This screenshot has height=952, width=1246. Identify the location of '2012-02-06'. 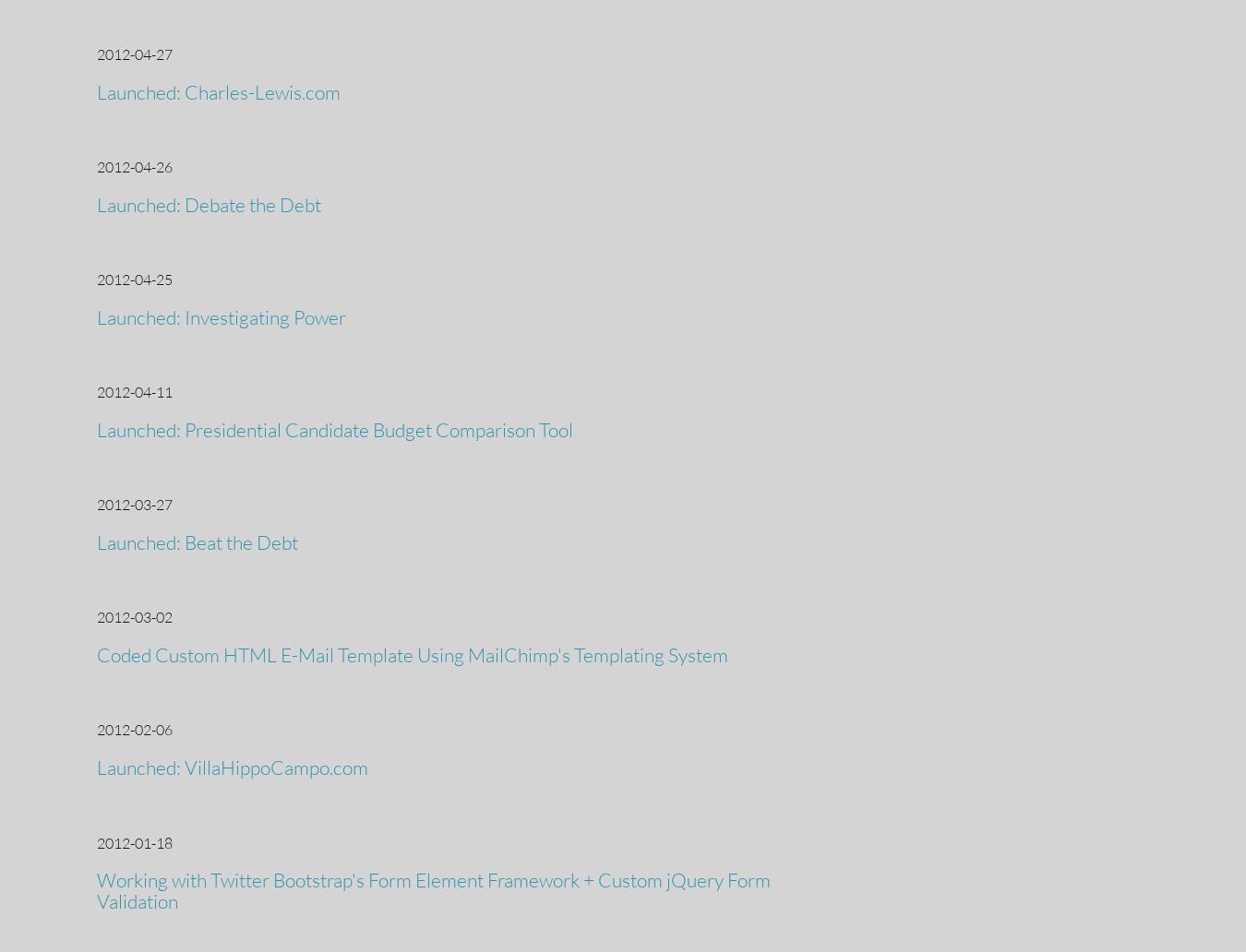
(134, 730).